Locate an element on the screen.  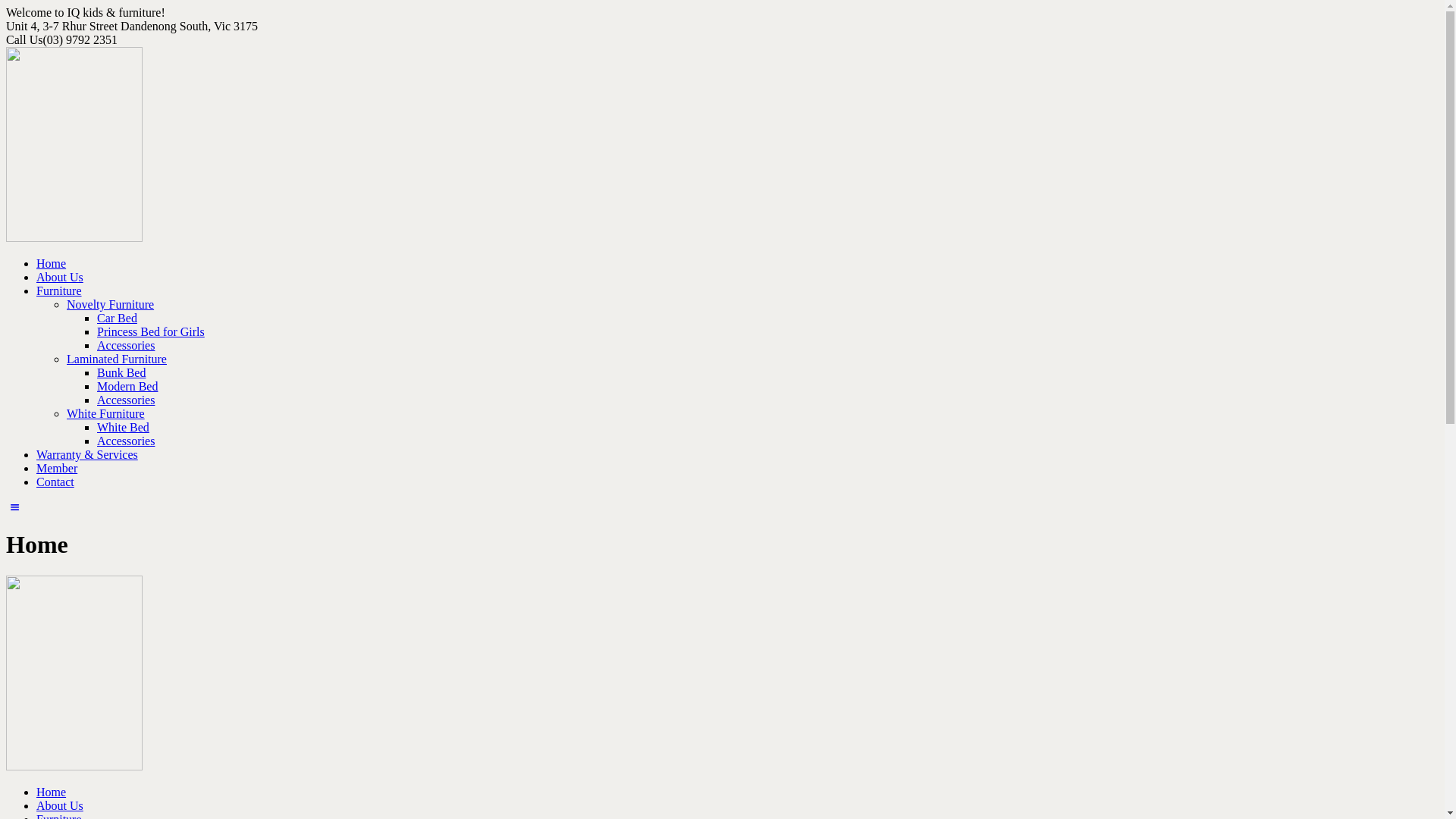
'Home' is located at coordinates (51, 791).